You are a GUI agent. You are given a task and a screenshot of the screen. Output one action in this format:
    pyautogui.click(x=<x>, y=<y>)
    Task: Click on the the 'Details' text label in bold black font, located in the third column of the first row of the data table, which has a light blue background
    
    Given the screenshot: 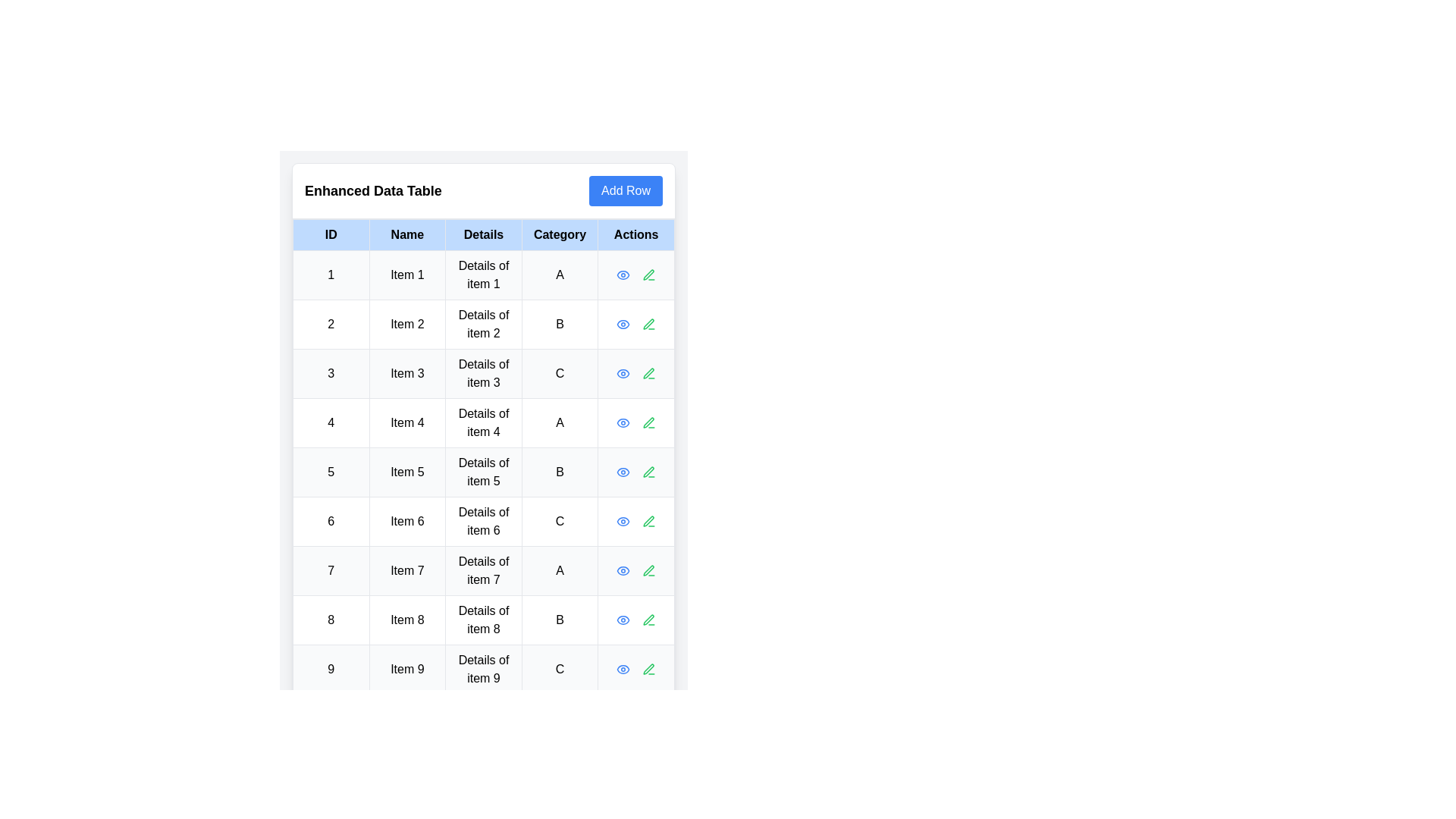 What is the action you would take?
    pyautogui.click(x=483, y=234)
    